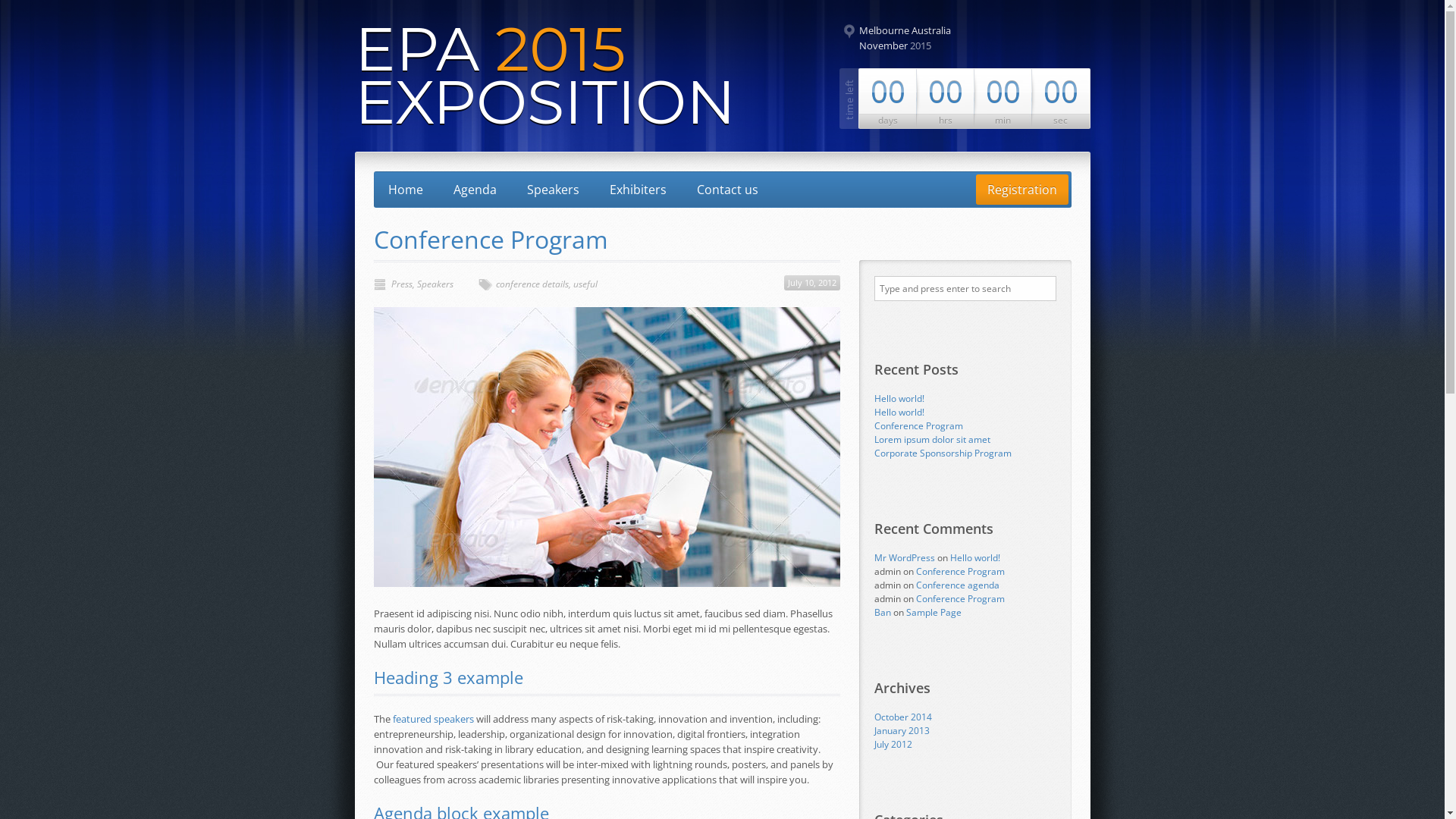 This screenshot has width=1456, height=819. Describe the element at coordinates (874, 397) in the screenshot. I see `'Hello world!'` at that location.